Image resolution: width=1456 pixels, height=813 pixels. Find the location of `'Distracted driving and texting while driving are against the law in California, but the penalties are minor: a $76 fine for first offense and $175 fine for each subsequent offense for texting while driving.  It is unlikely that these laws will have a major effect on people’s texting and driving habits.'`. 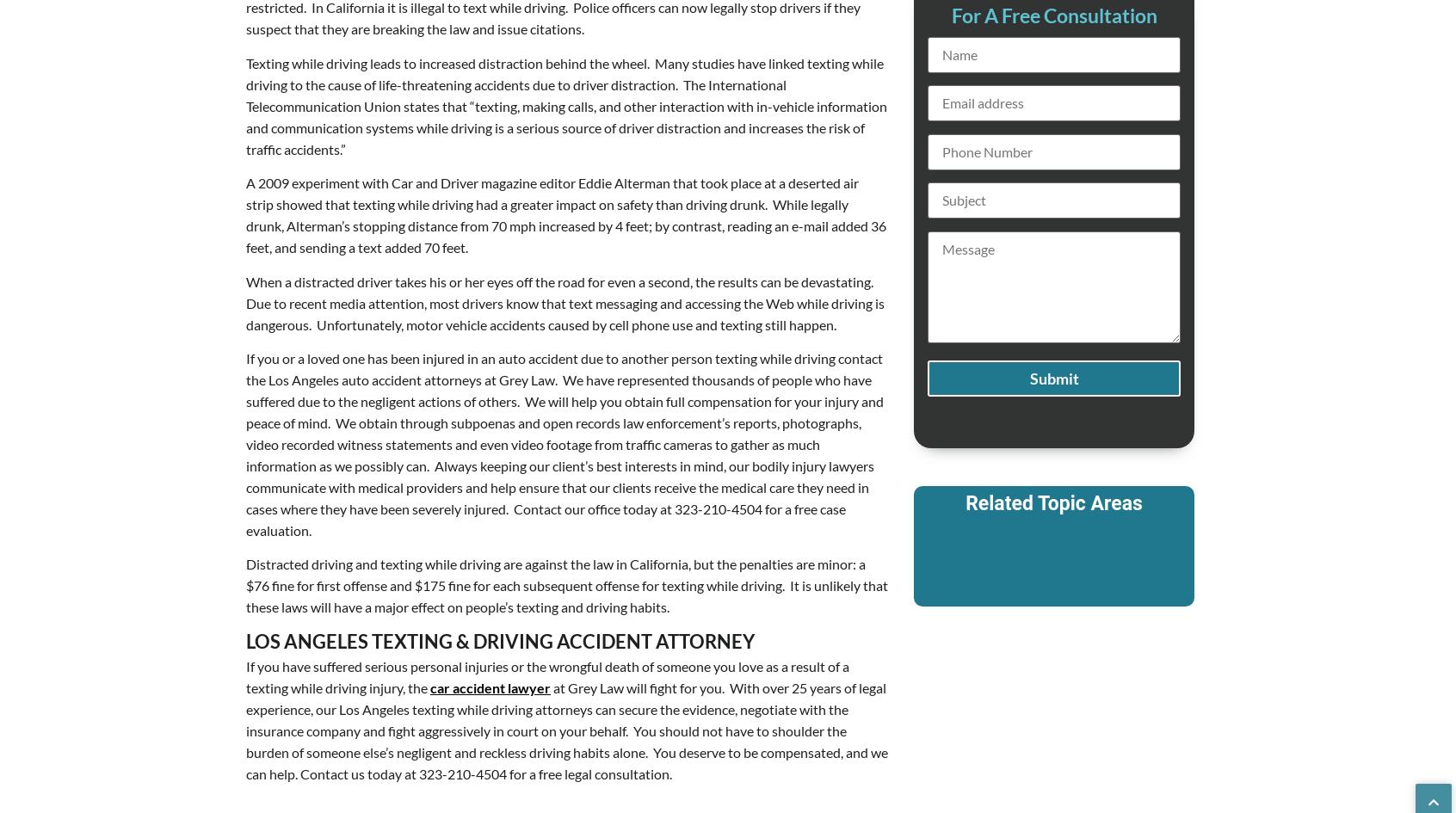

'Distracted driving and texting while driving are against the law in California, but the penalties are minor: a $76 fine for first offense and $175 fine for each subsequent offense for texting while driving.  It is unlikely that these laws will have a major effect on people’s texting and driving habits.' is located at coordinates (567, 585).